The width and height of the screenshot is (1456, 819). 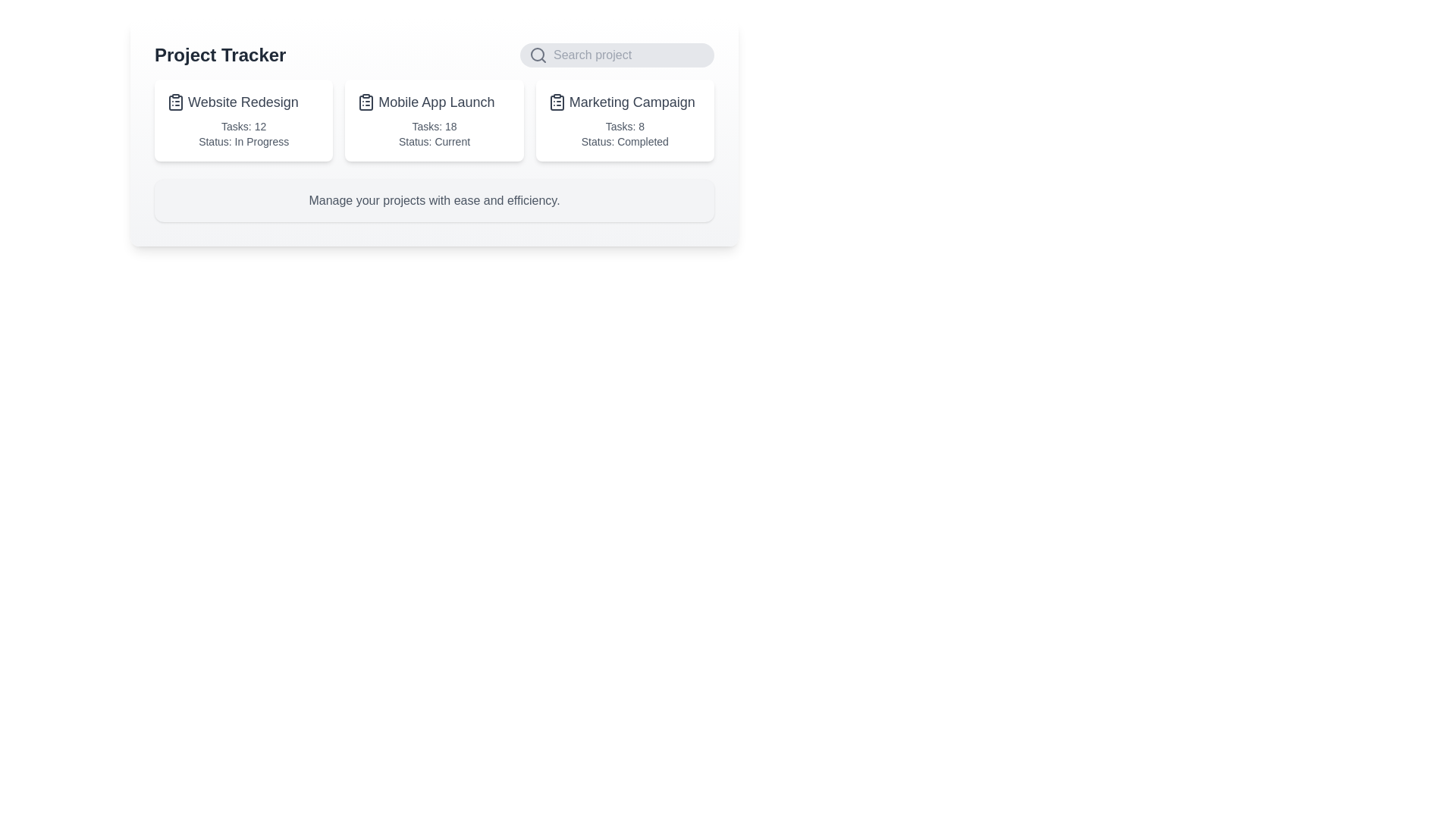 I want to click on the project task summary card located in the top-left corner of the grid layout by moving the mouse cursor to its center point, so click(x=243, y=119).